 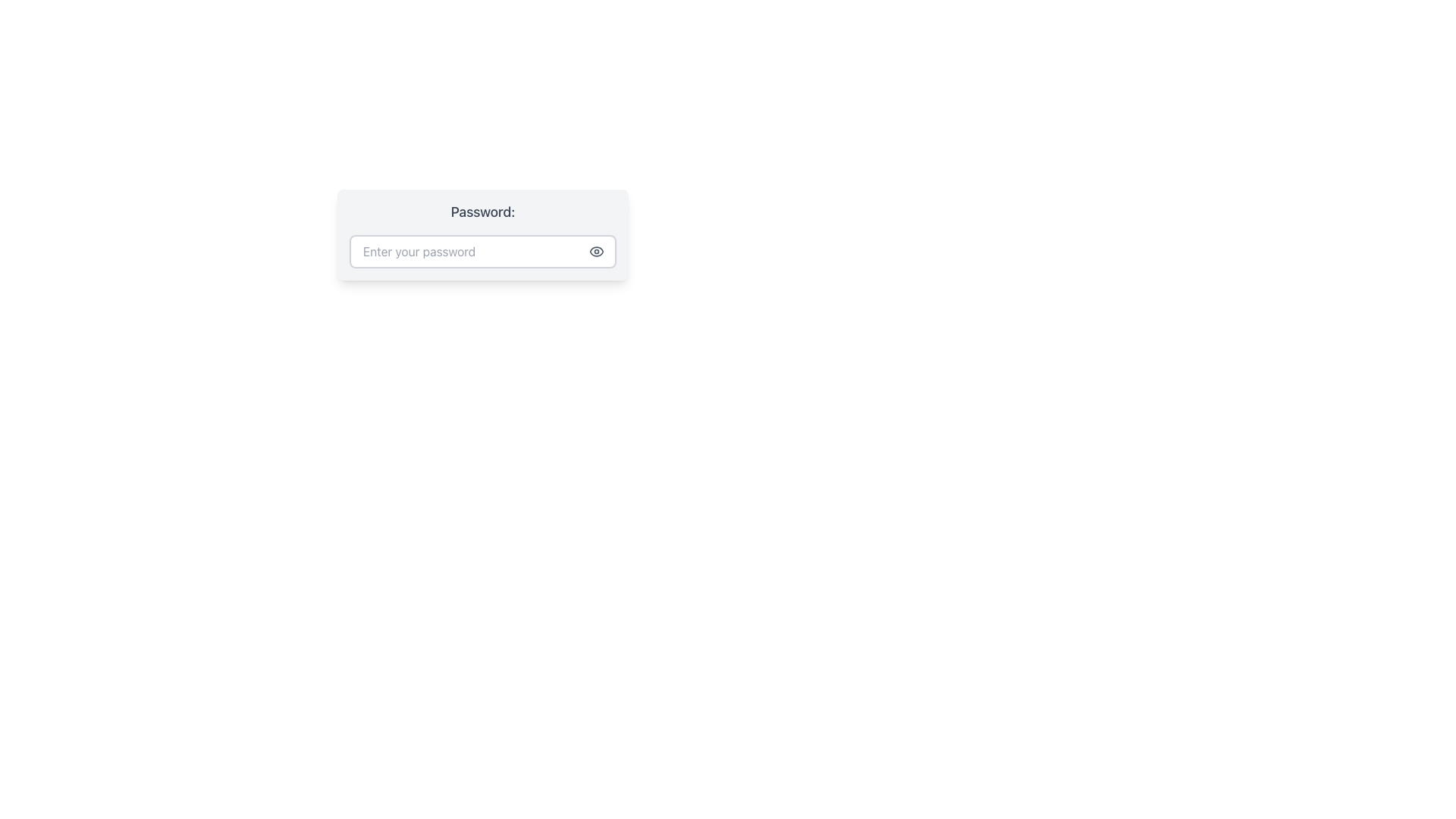 I want to click on the input field of the Text Input Field labeled 'Password:' to focus on it, so click(x=482, y=234).